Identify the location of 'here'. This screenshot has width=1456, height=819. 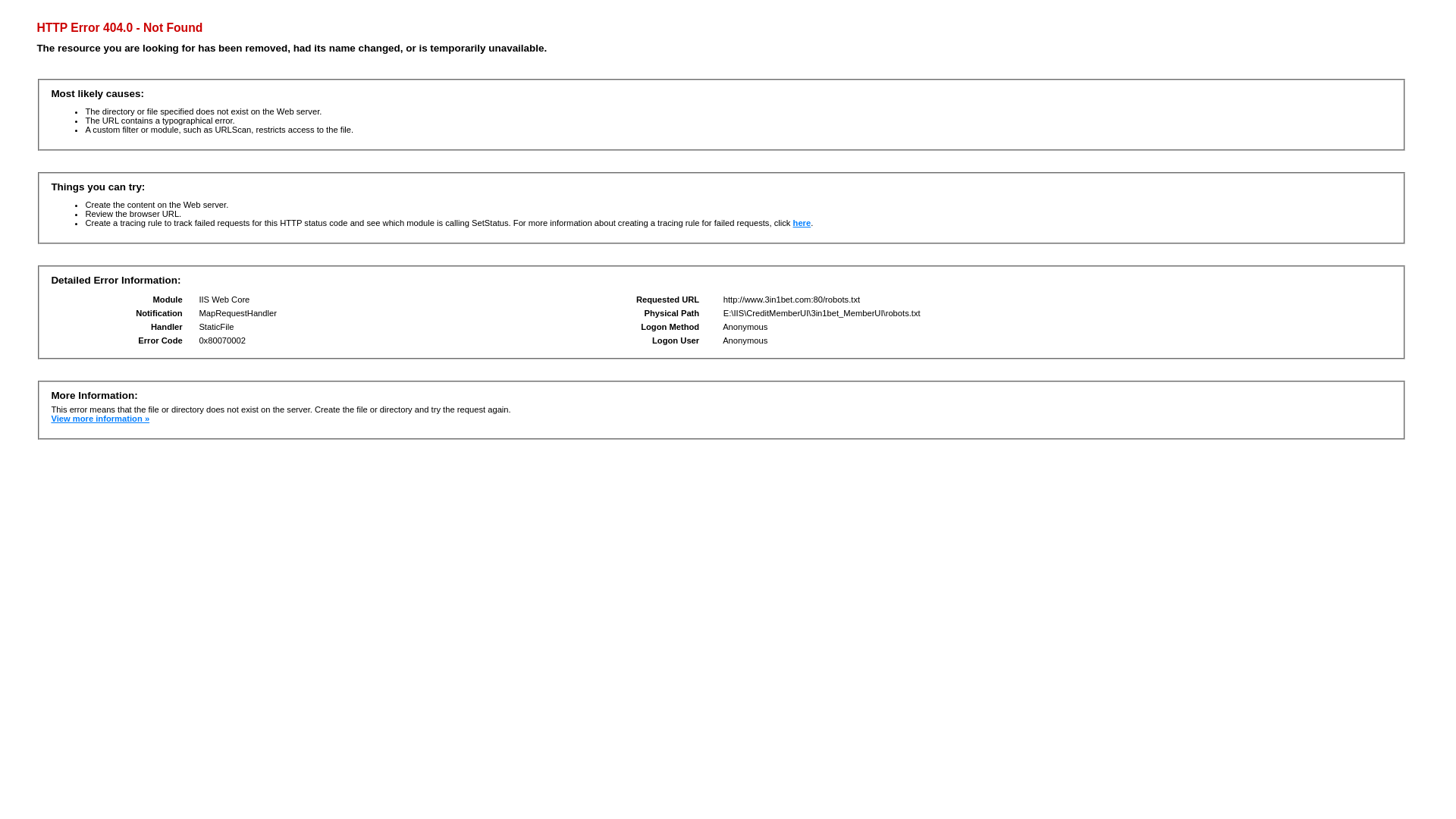
(801, 222).